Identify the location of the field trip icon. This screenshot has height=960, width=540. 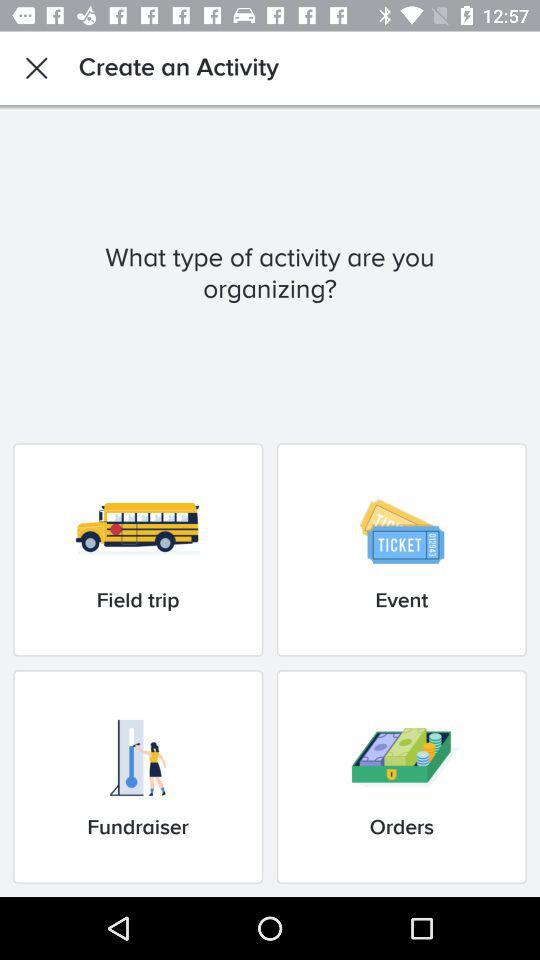
(137, 549).